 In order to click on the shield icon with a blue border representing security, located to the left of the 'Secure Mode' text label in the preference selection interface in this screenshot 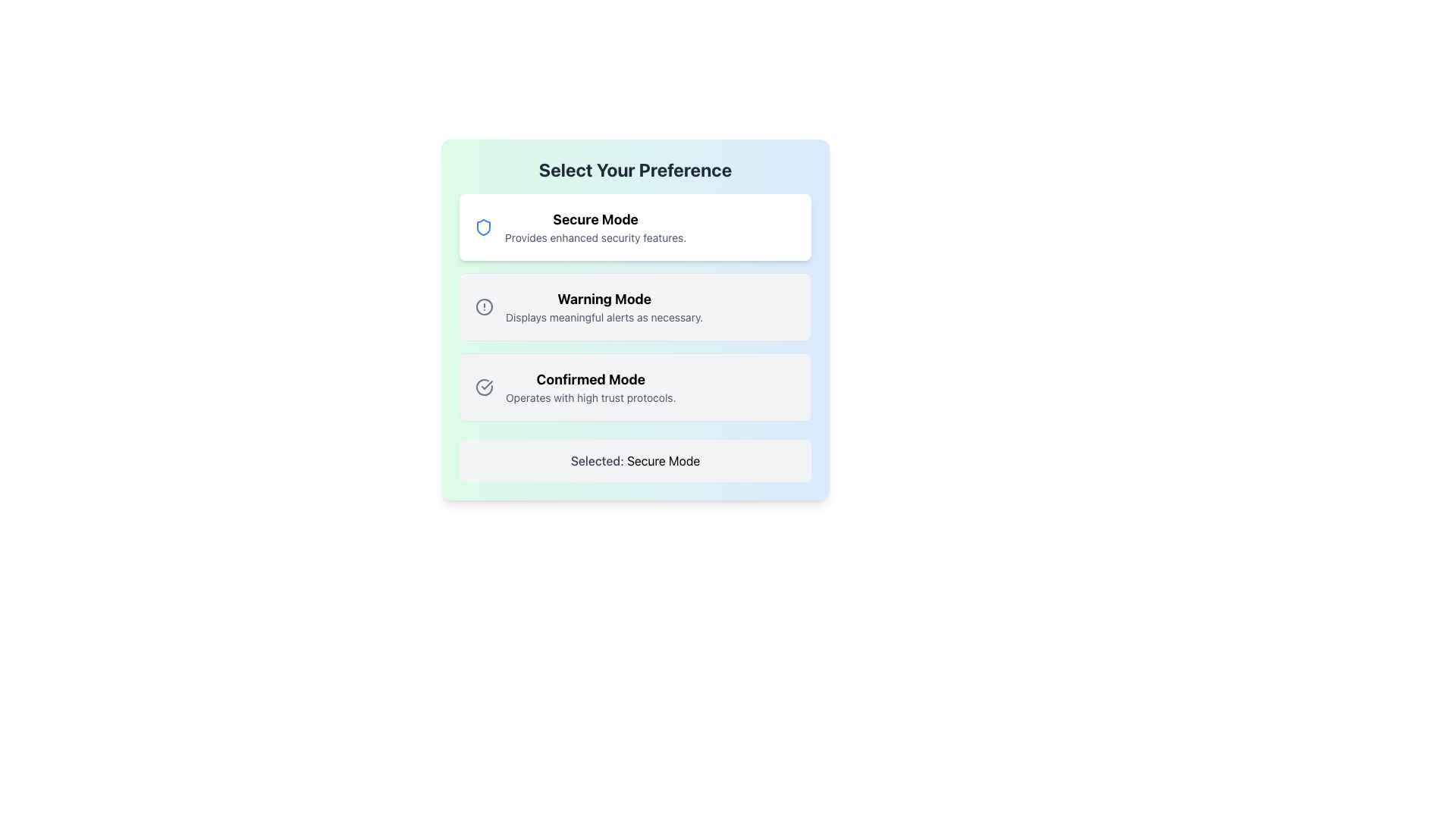, I will do `click(483, 227)`.